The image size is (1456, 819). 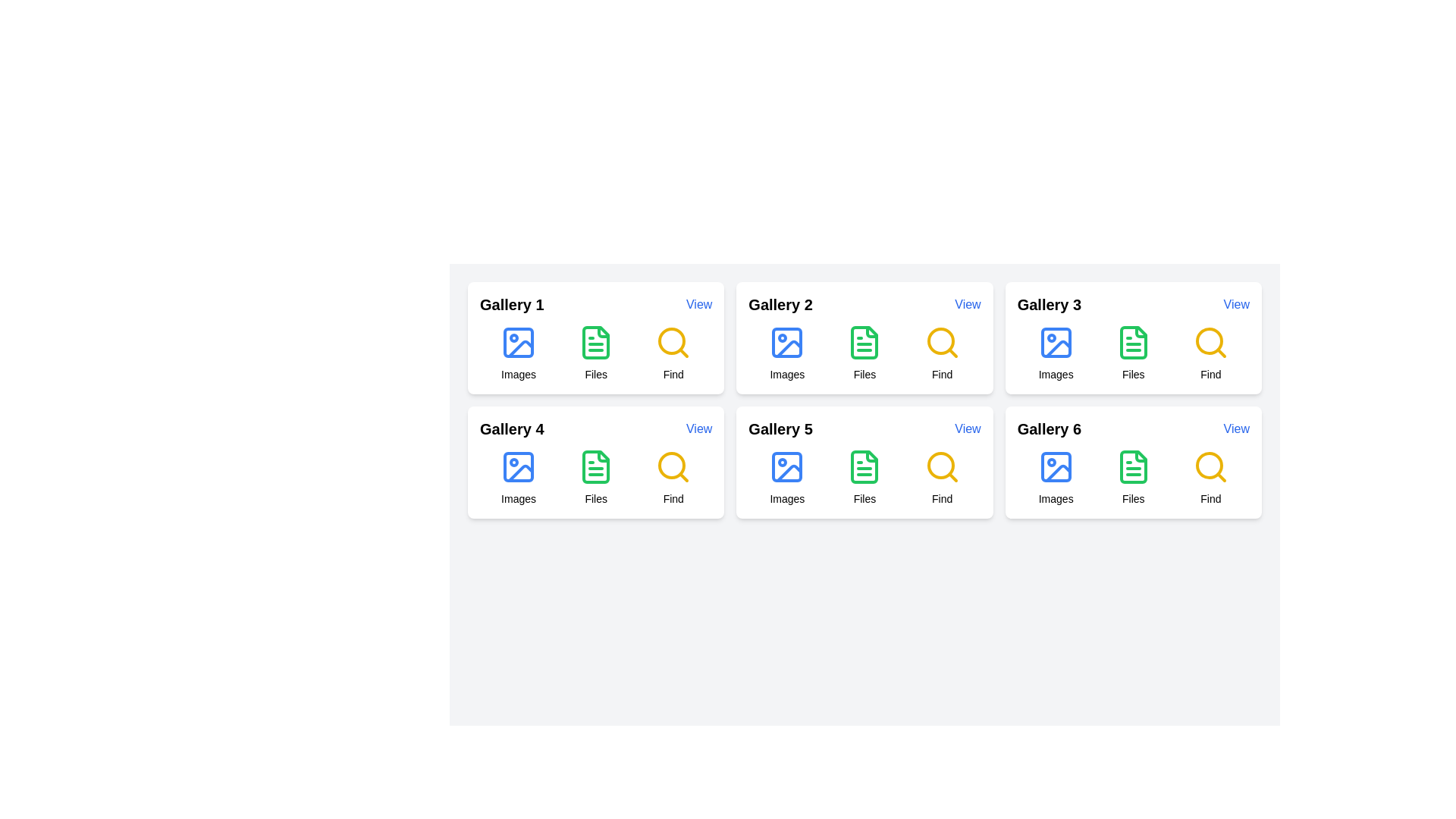 I want to click on the blue 'View' link adjacent to the title 'Gallery 3', so click(x=1236, y=304).